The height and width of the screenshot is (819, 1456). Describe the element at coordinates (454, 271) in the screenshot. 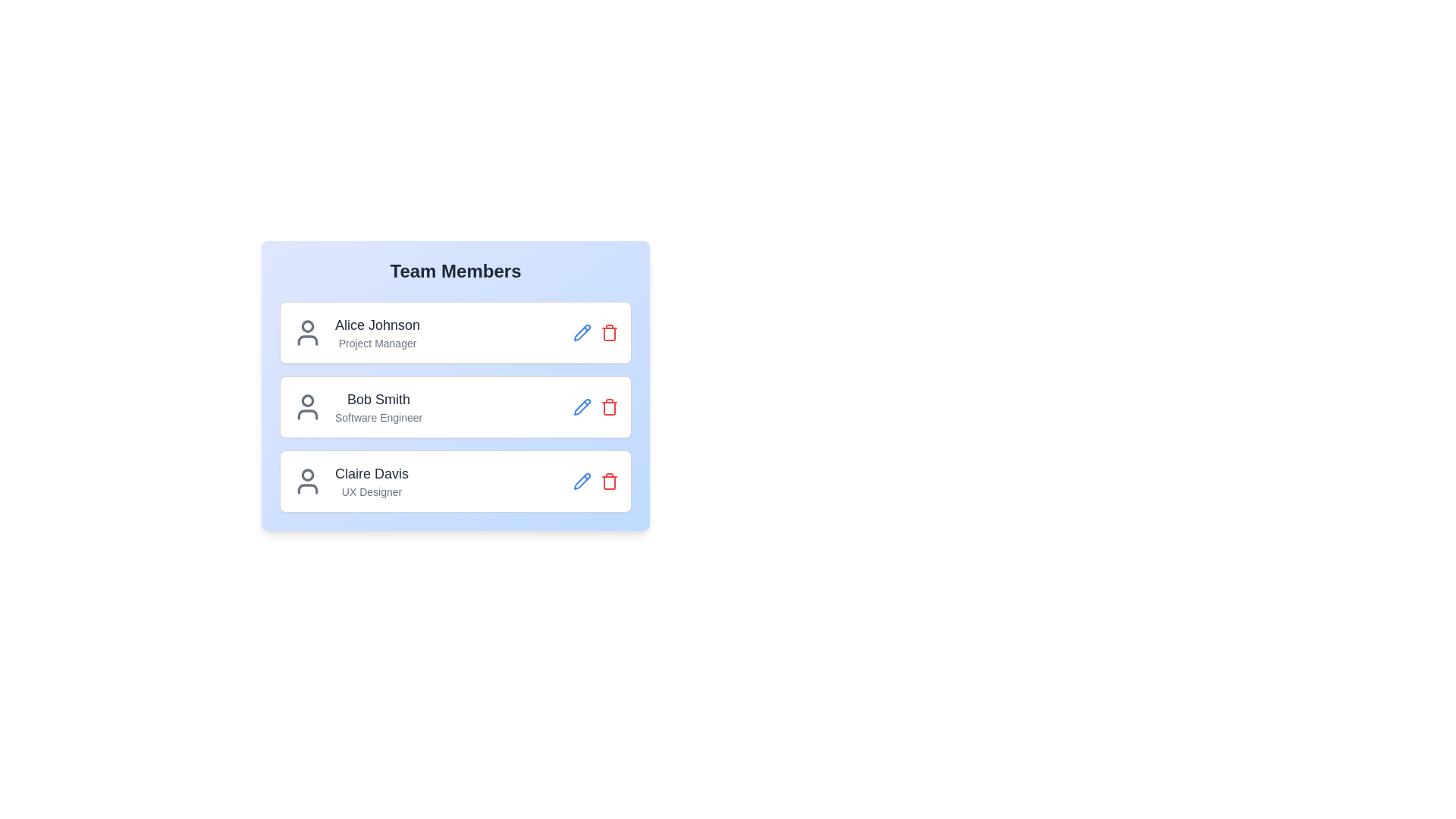

I see `the title 'Team Members'` at that location.